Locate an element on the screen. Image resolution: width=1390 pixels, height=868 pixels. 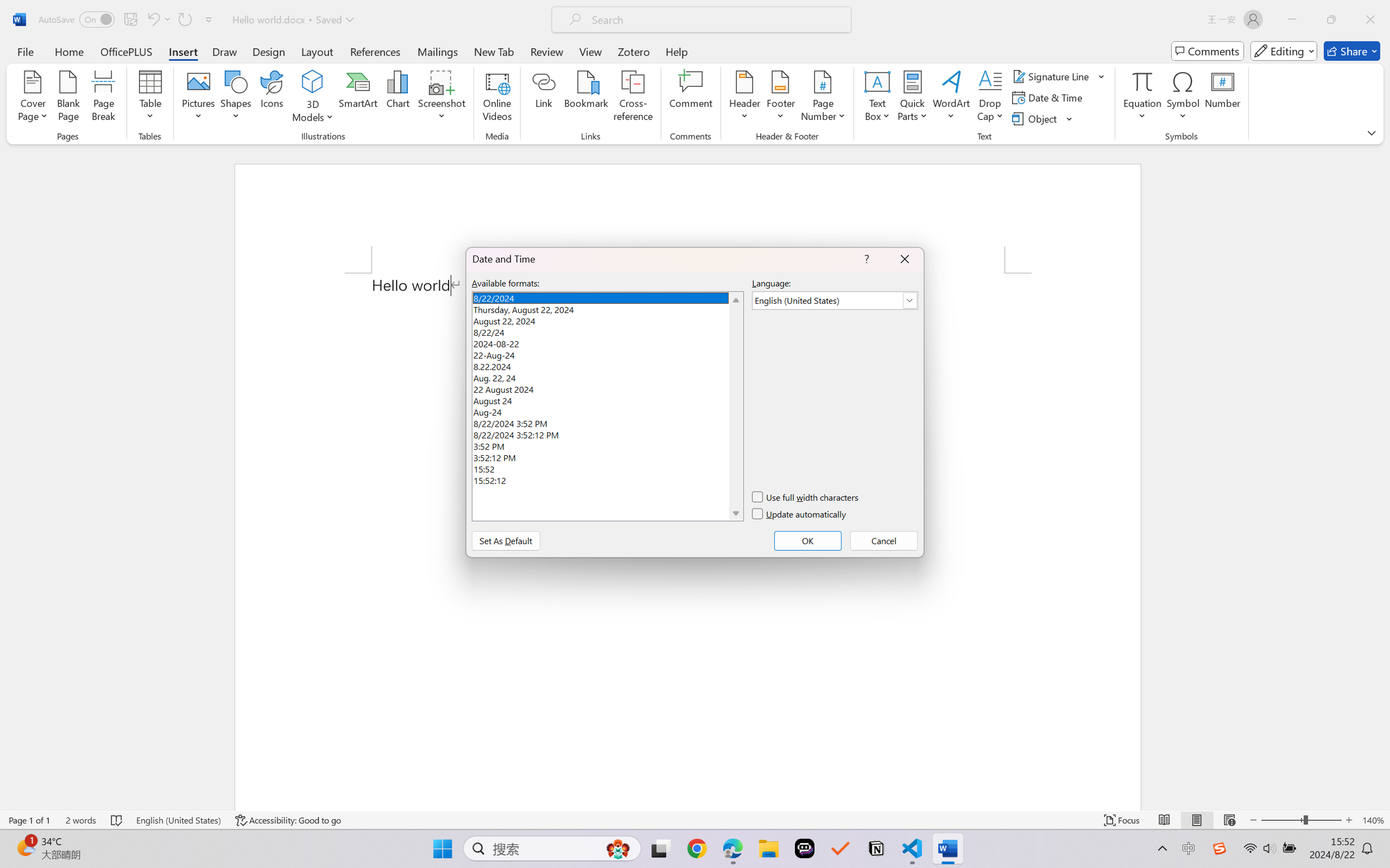
'Save' is located at coordinates (130, 19).